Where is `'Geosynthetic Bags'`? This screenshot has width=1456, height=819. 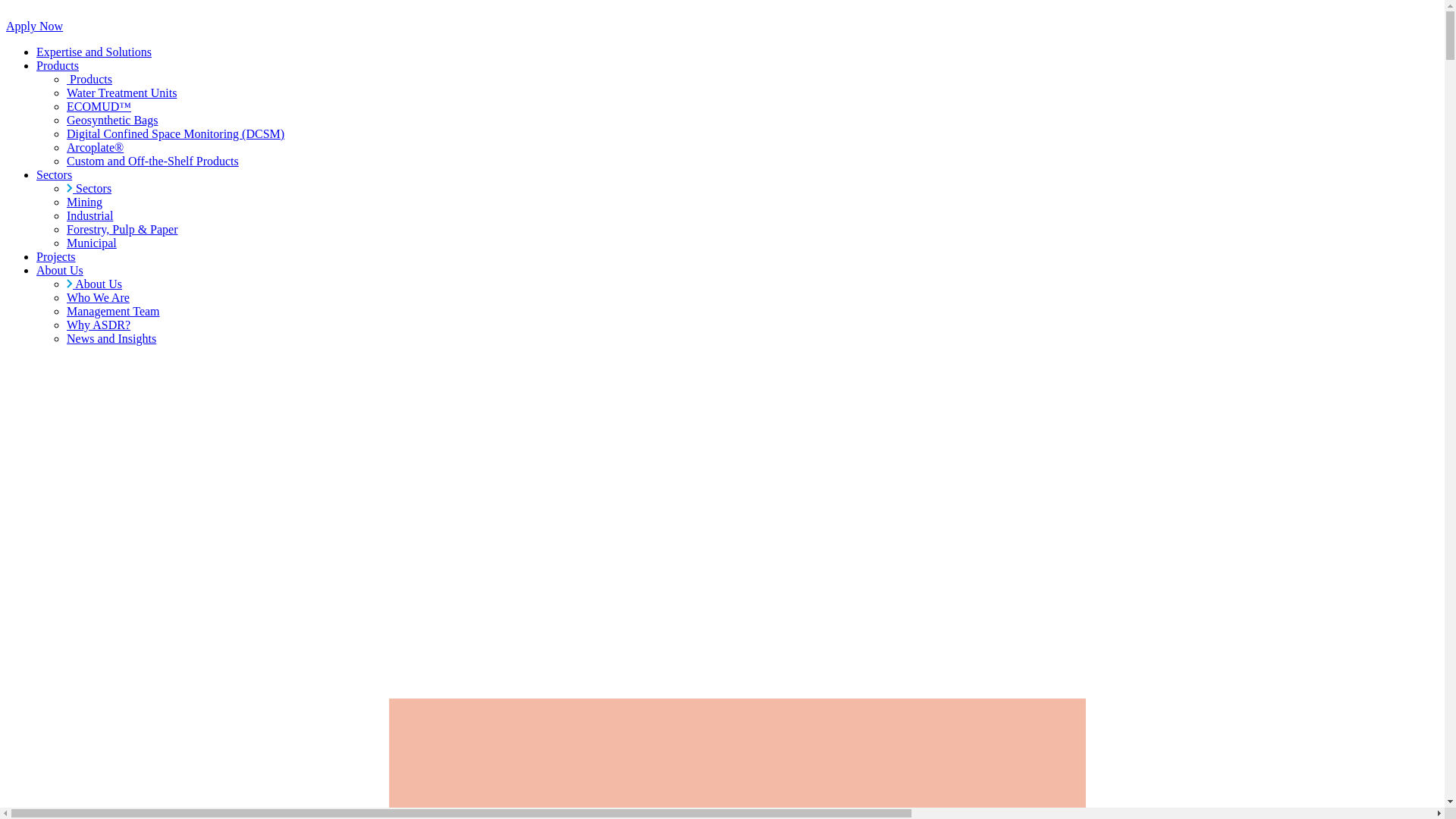 'Geosynthetic Bags' is located at coordinates (65, 119).